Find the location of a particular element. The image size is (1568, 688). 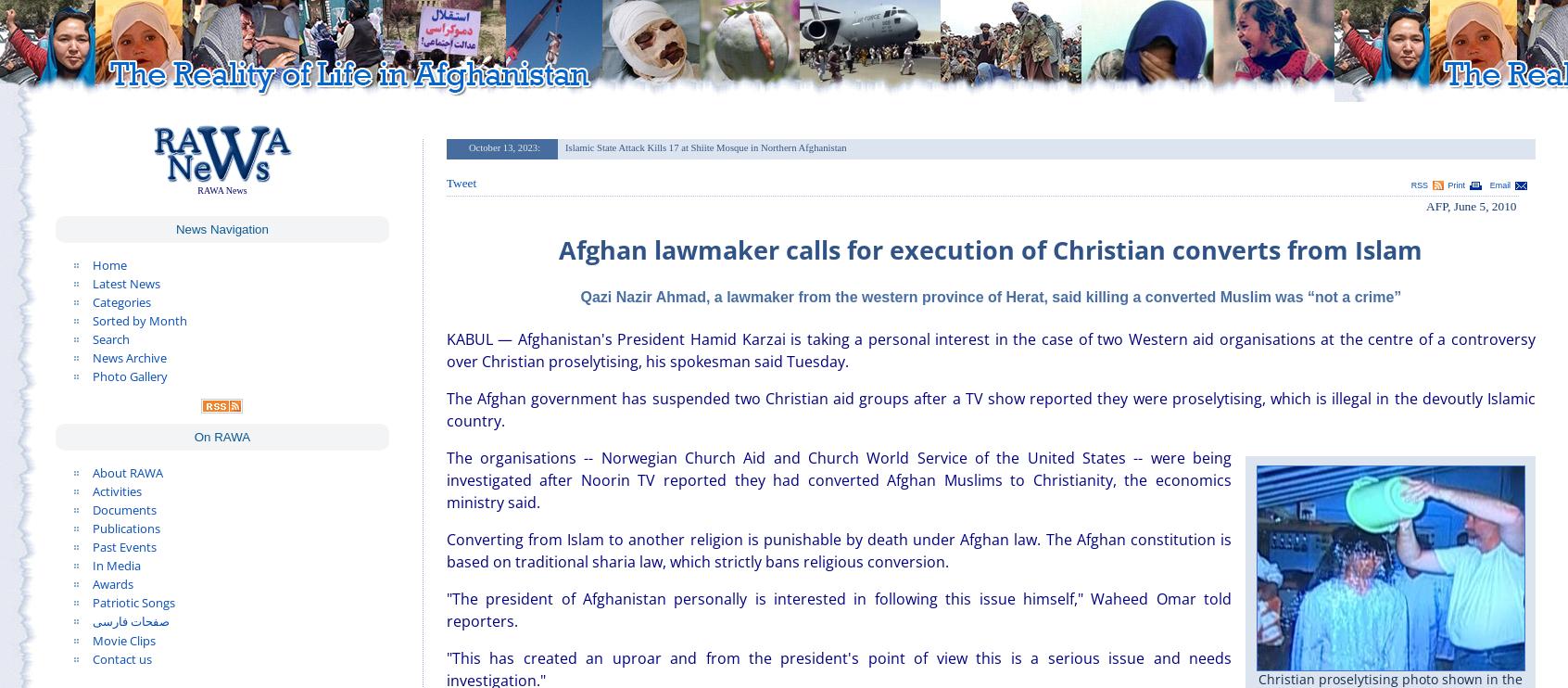

'On RAWA' is located at coordinates (221, 436).